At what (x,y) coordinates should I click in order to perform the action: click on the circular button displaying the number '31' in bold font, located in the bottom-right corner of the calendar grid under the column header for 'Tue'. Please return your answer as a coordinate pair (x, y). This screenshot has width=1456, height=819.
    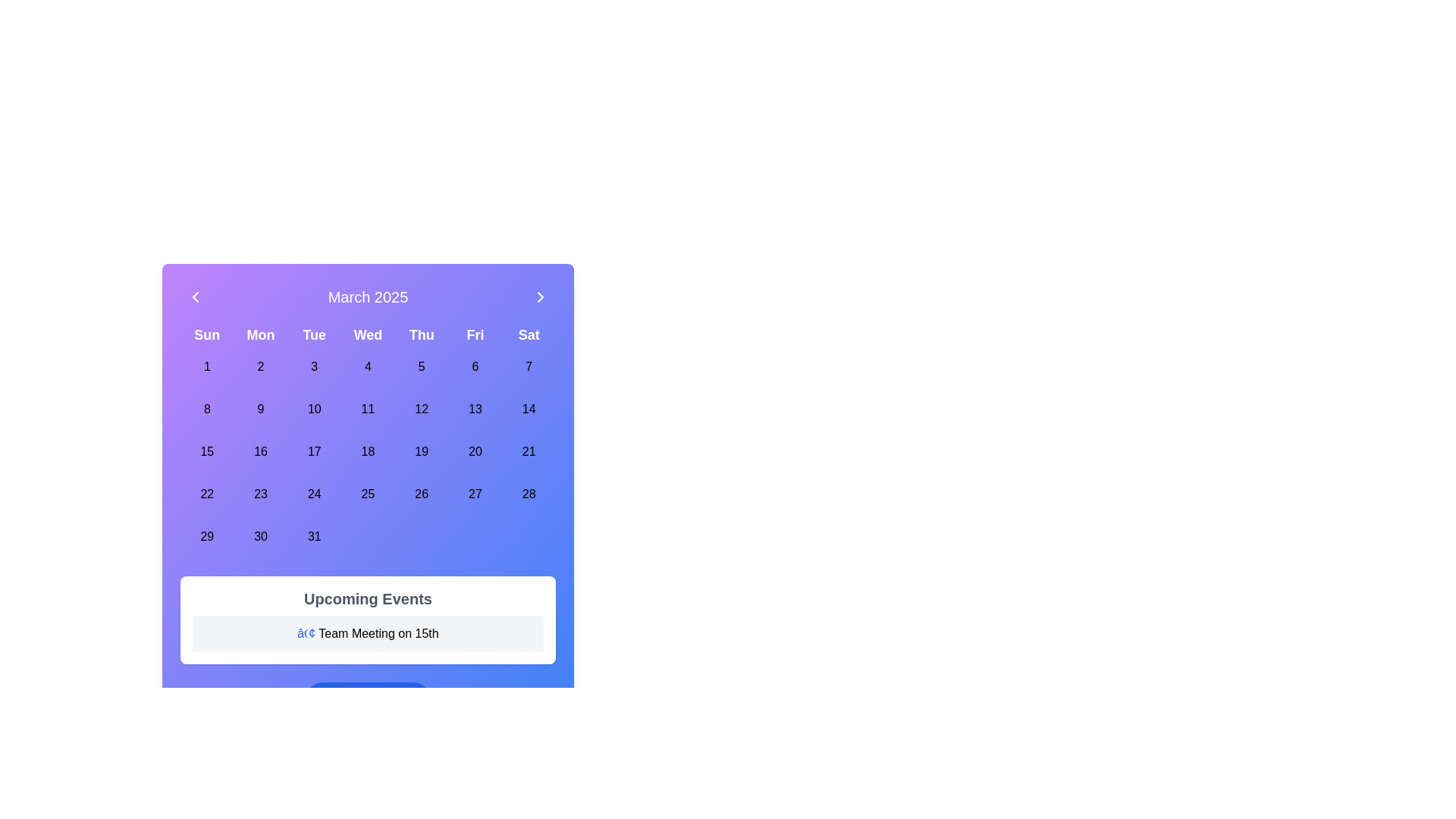
    Looking at the image, I should click on (313, 536).